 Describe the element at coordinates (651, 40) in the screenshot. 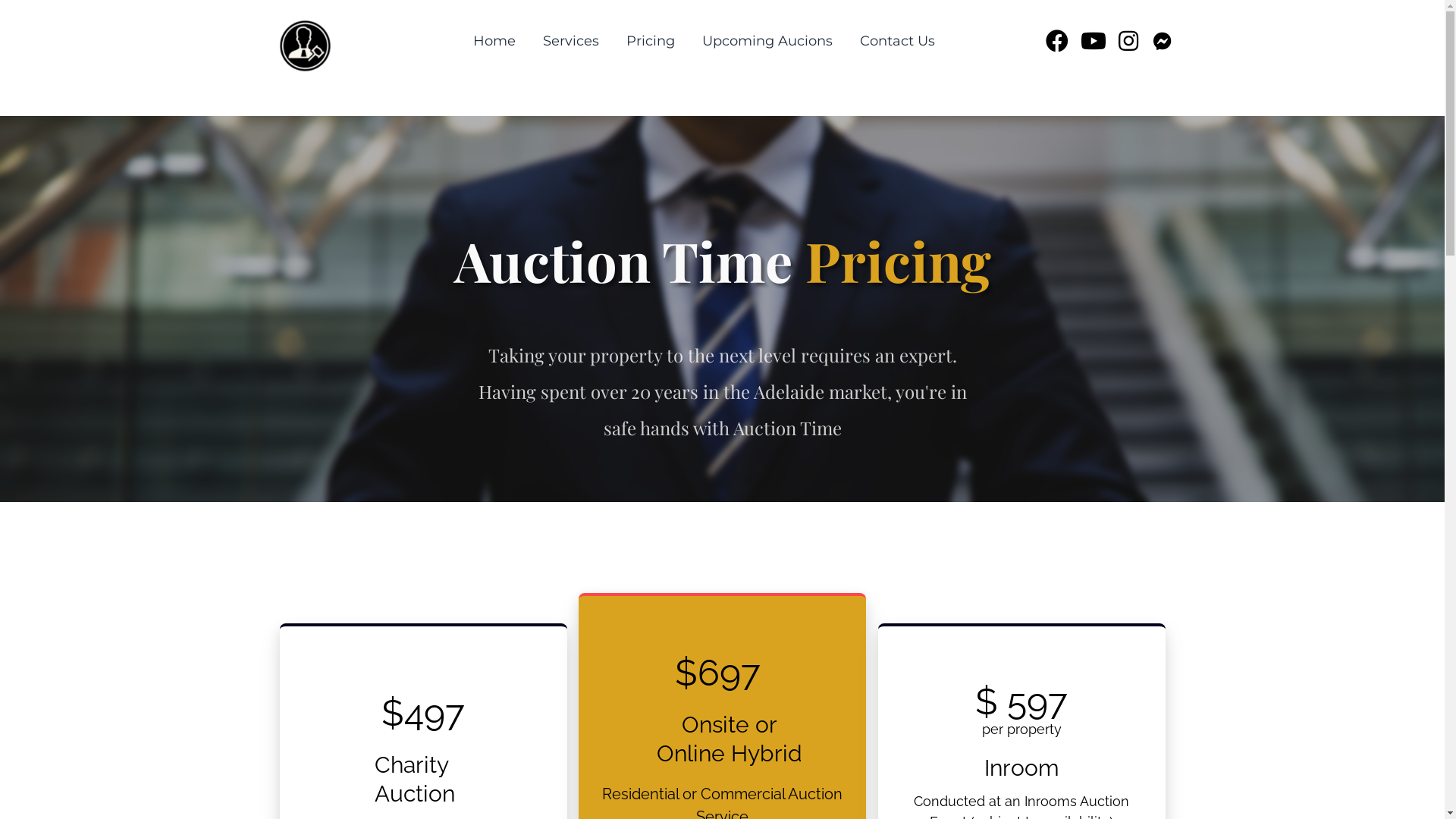

I see `'Pricing'` at that location.